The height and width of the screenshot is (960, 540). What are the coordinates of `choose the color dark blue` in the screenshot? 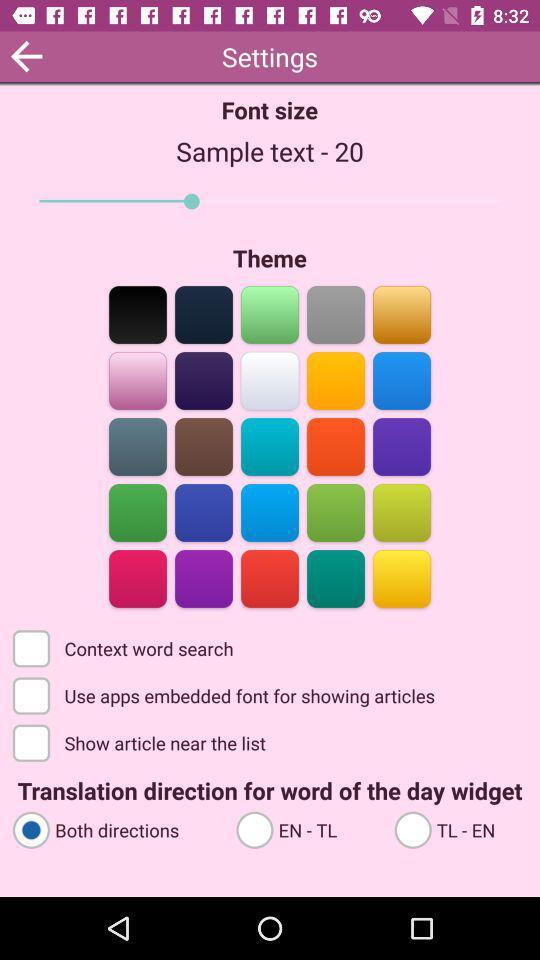 It's located at (203, 313).